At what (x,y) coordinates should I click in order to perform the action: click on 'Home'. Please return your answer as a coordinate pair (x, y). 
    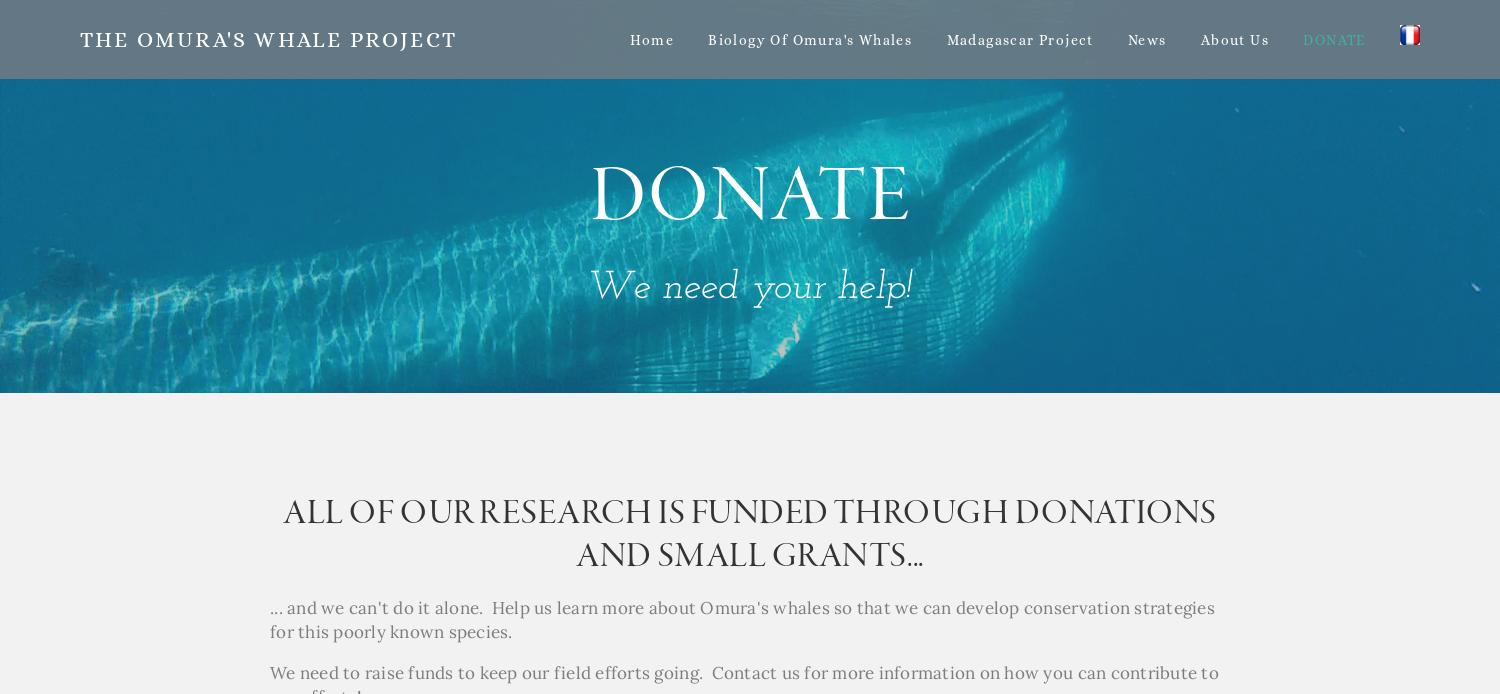
    Looking at the image, I should click on (651, 39).